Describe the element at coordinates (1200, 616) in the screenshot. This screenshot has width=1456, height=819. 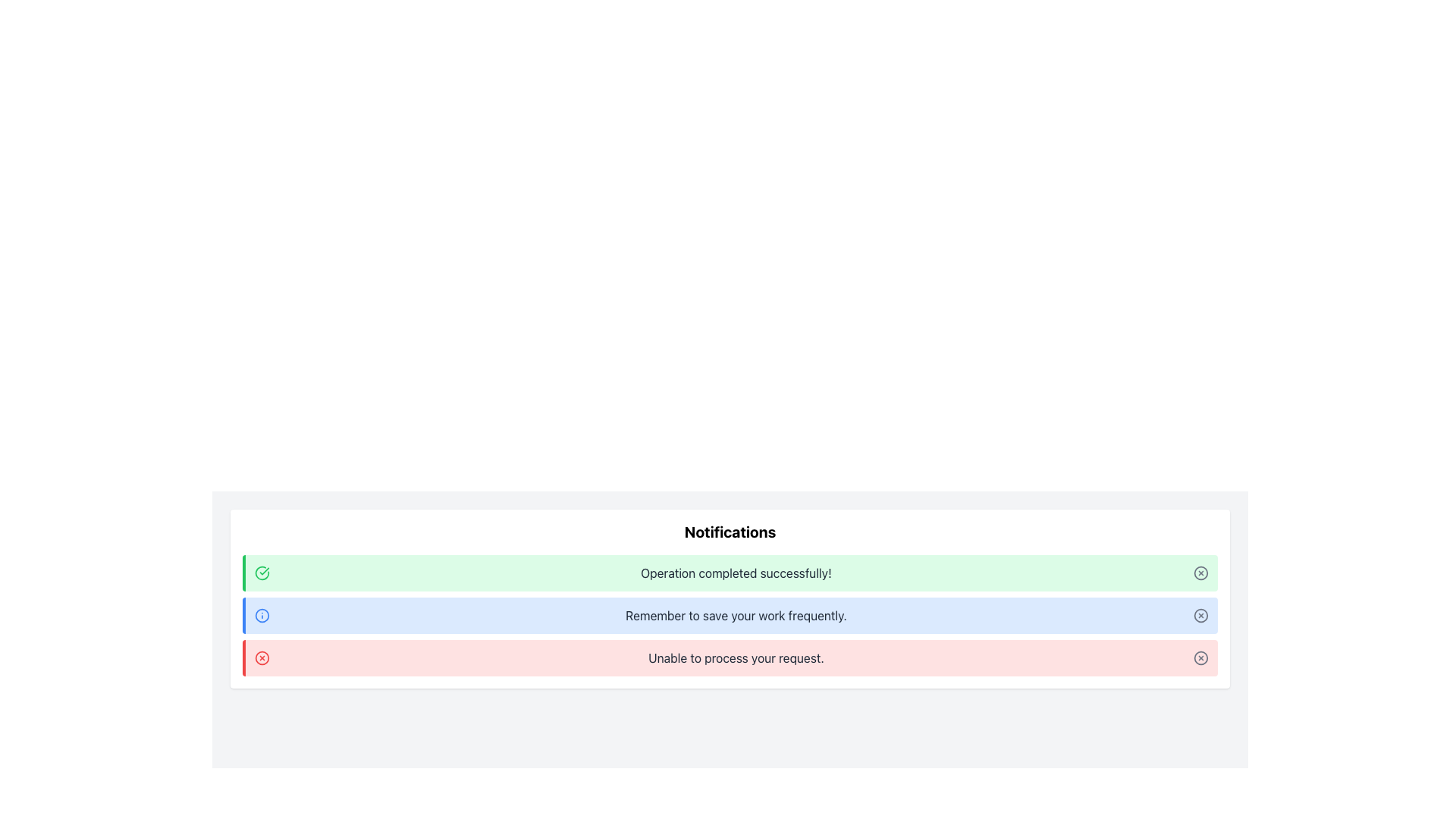
I see `the button located at the right end of the notification message bar` at that location.